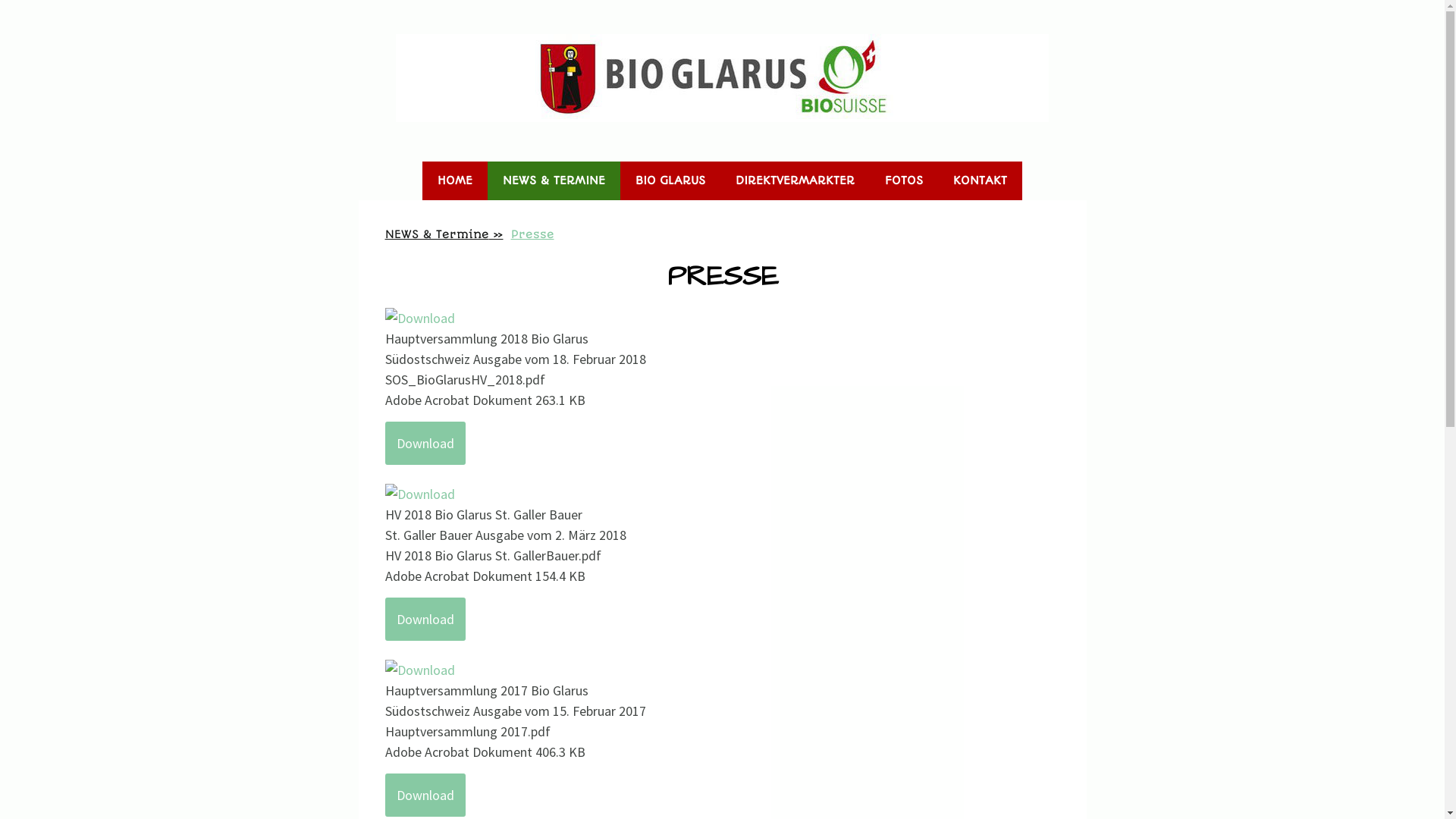  I want to click on 'Presse', so click(532, 234).